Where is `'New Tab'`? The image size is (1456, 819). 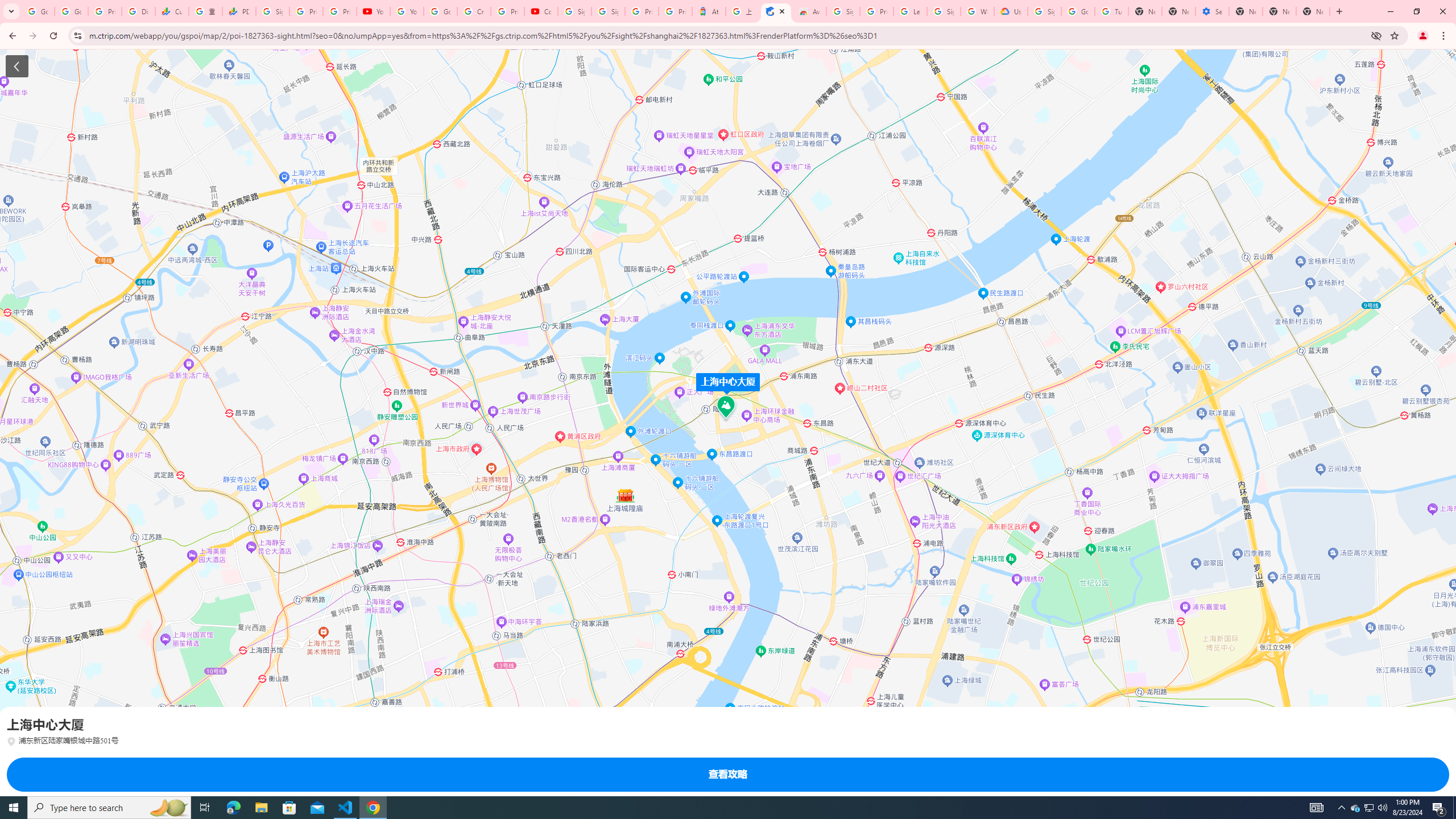 'New Tab' is located at coordinates (1313, 11).